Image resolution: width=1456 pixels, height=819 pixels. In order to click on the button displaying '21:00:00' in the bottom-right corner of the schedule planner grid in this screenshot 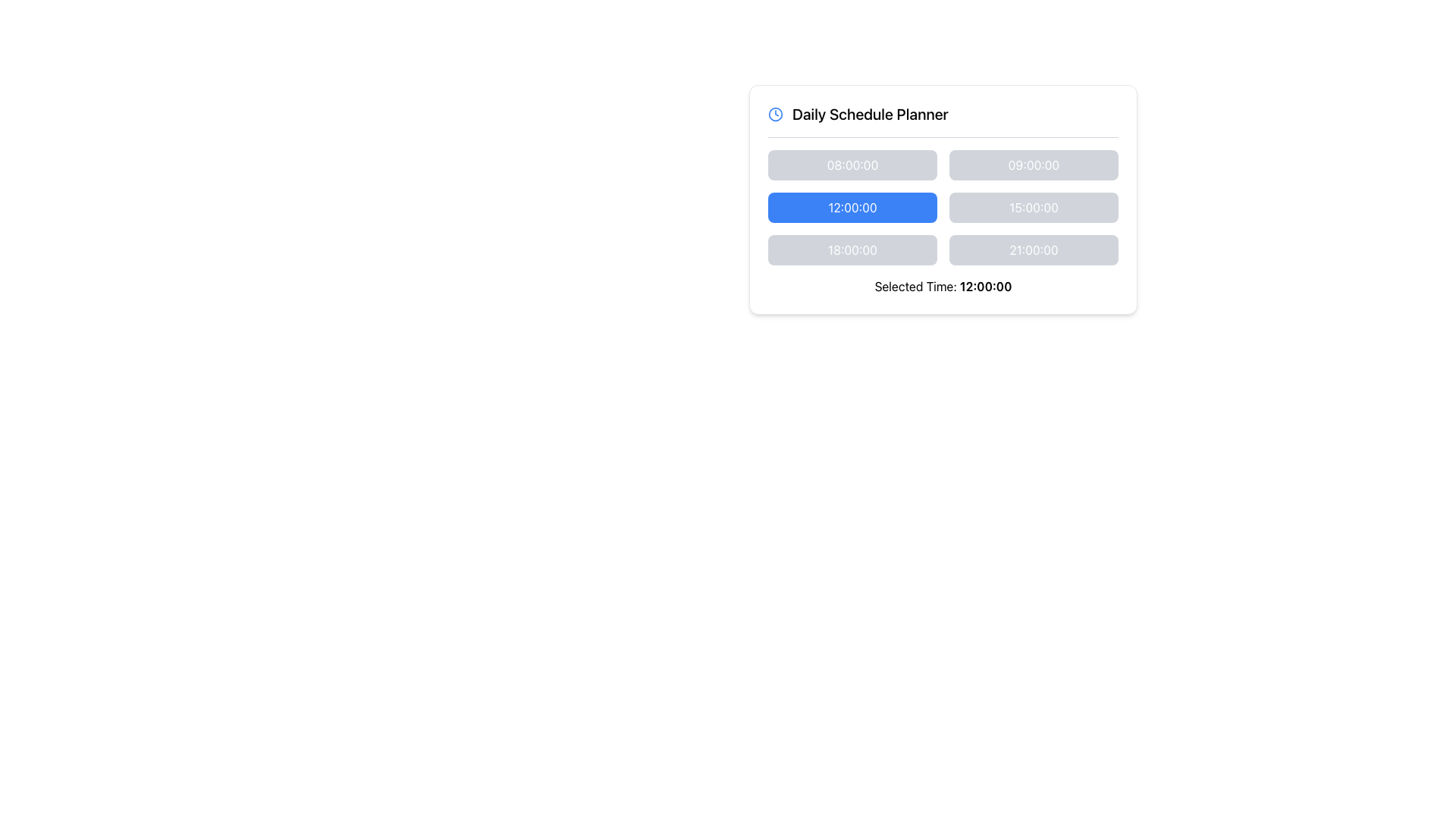, I will do `click(1033, 249)`.